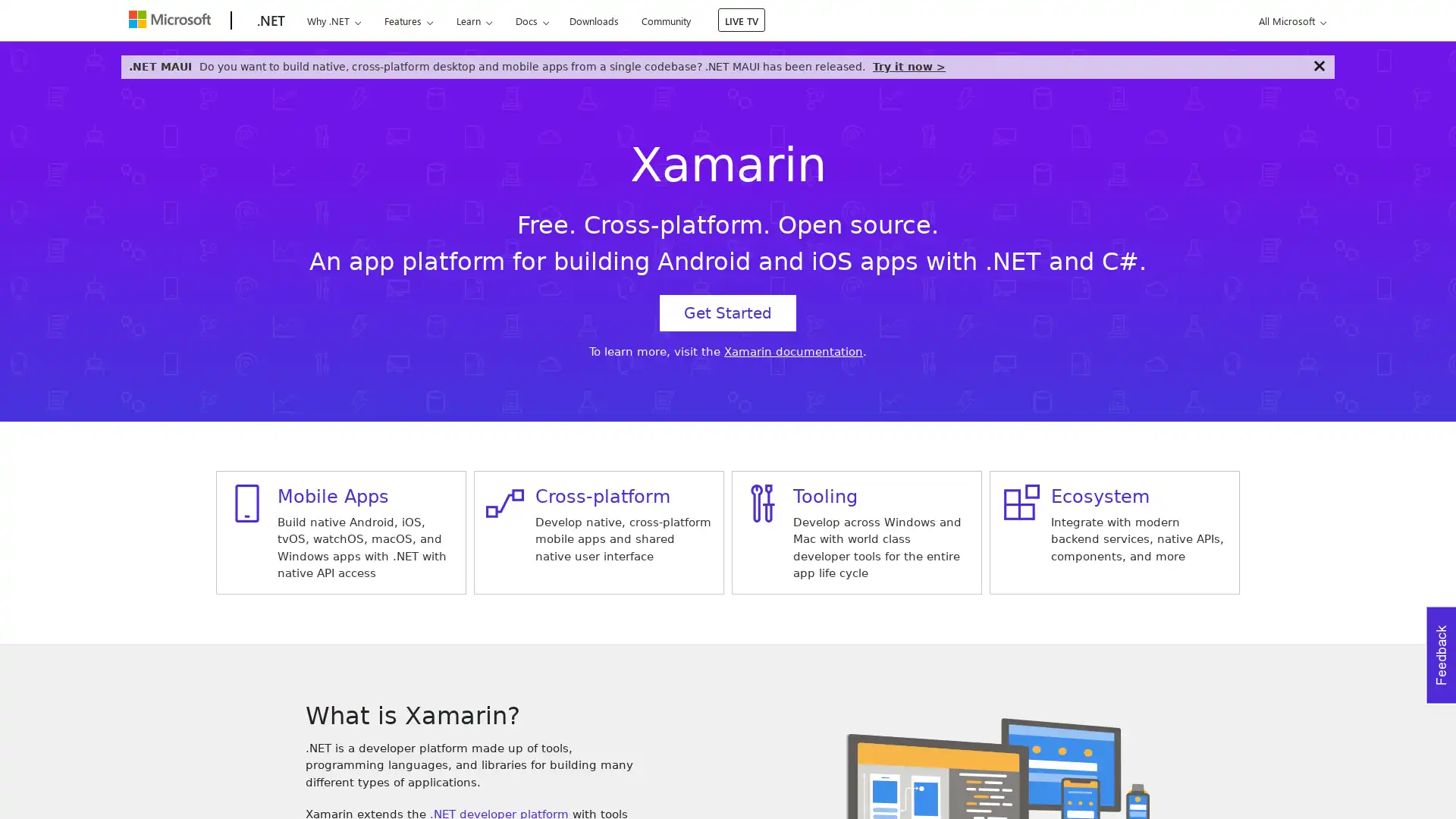 The height and width of the screenshot is (819, 1456). What do you see at coordinates (728, 312) in the screenshot?
I see `Get Started` at bounding box center [728, 312].